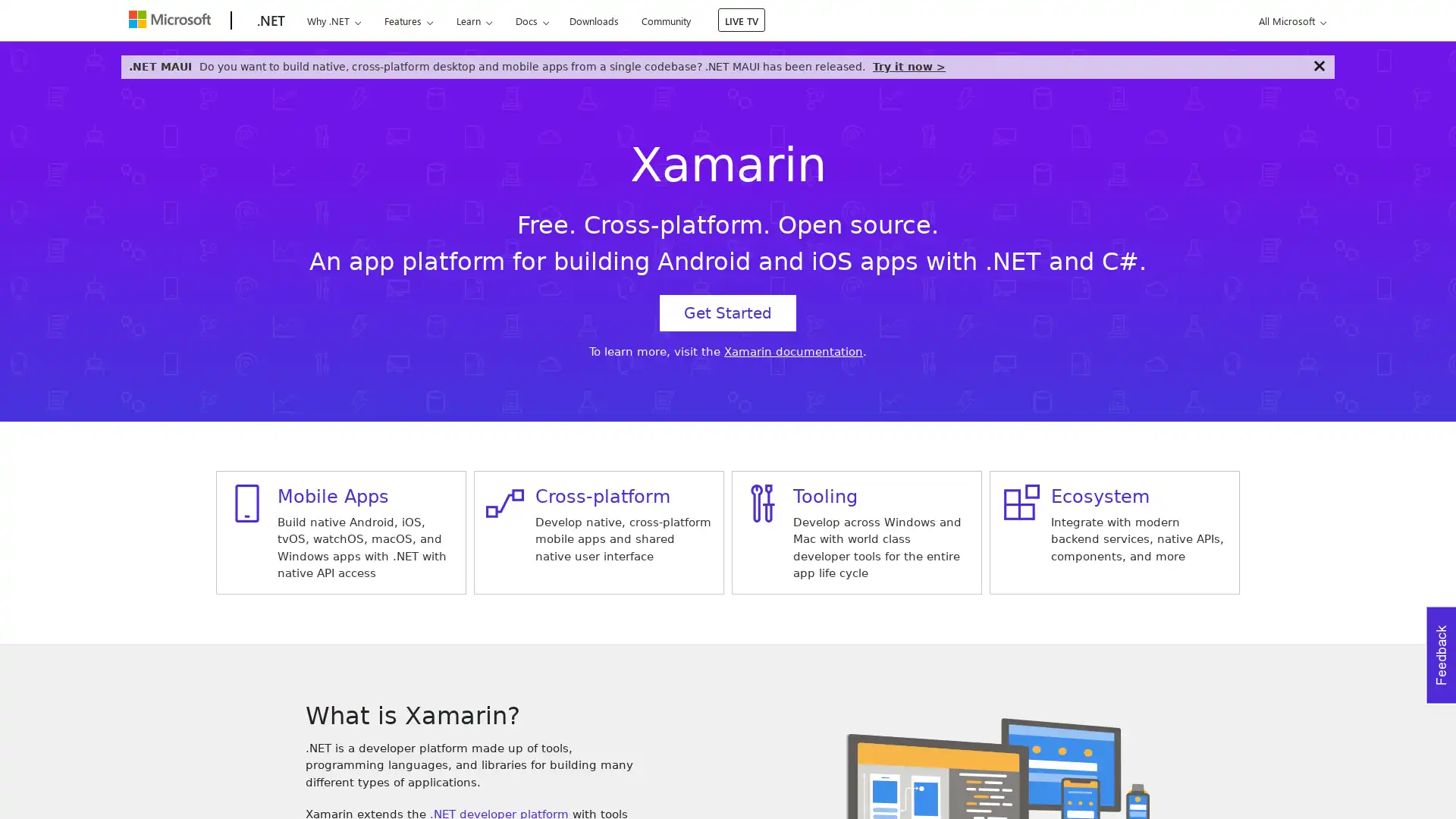 The height and width of the screenshot is (819, 1456). What do you see at coordinates (728, 312) in the screenshot?
I see `Get Started` at bounding box center [728, 312].